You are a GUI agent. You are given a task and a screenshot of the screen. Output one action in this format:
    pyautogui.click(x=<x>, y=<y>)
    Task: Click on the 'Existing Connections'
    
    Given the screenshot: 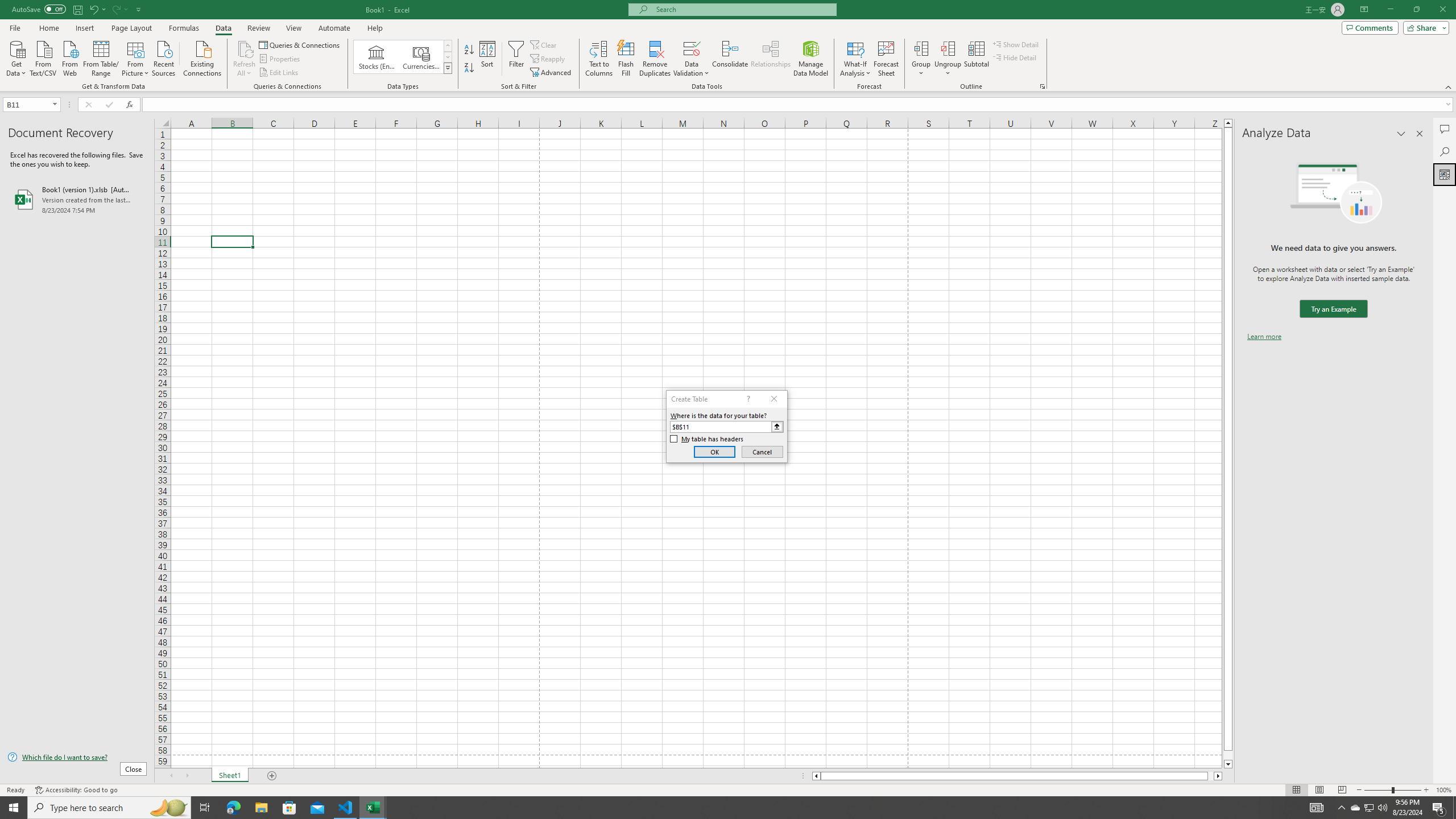 What is the action you would take?
    pyautogui.click(x=201, y=57)
    